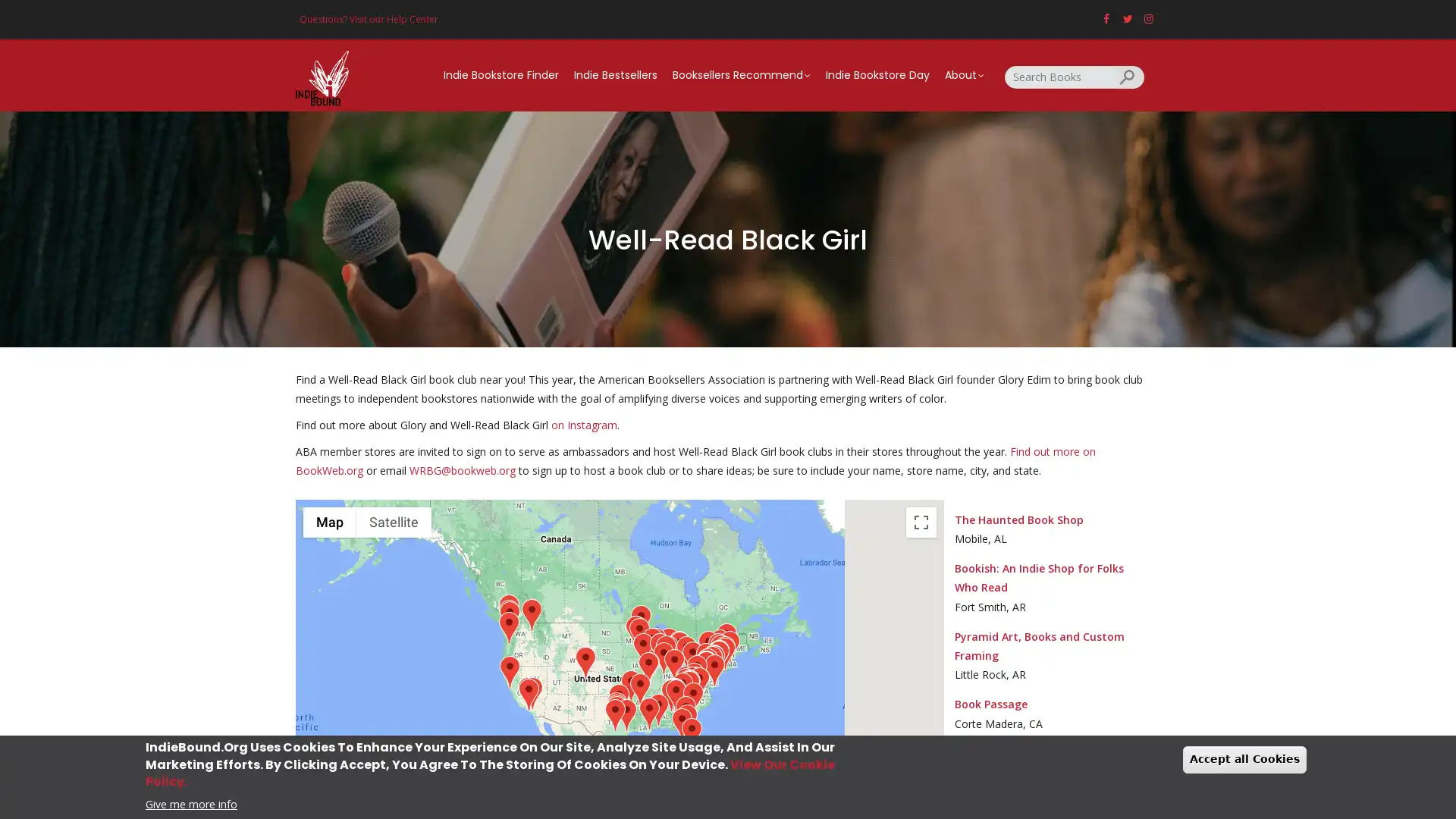 This screenshot has height=819, width=1456. Describe the element at coordinates (667, 643) in the screenshot. I see `We Are LIT Grand Rapids` at that location.